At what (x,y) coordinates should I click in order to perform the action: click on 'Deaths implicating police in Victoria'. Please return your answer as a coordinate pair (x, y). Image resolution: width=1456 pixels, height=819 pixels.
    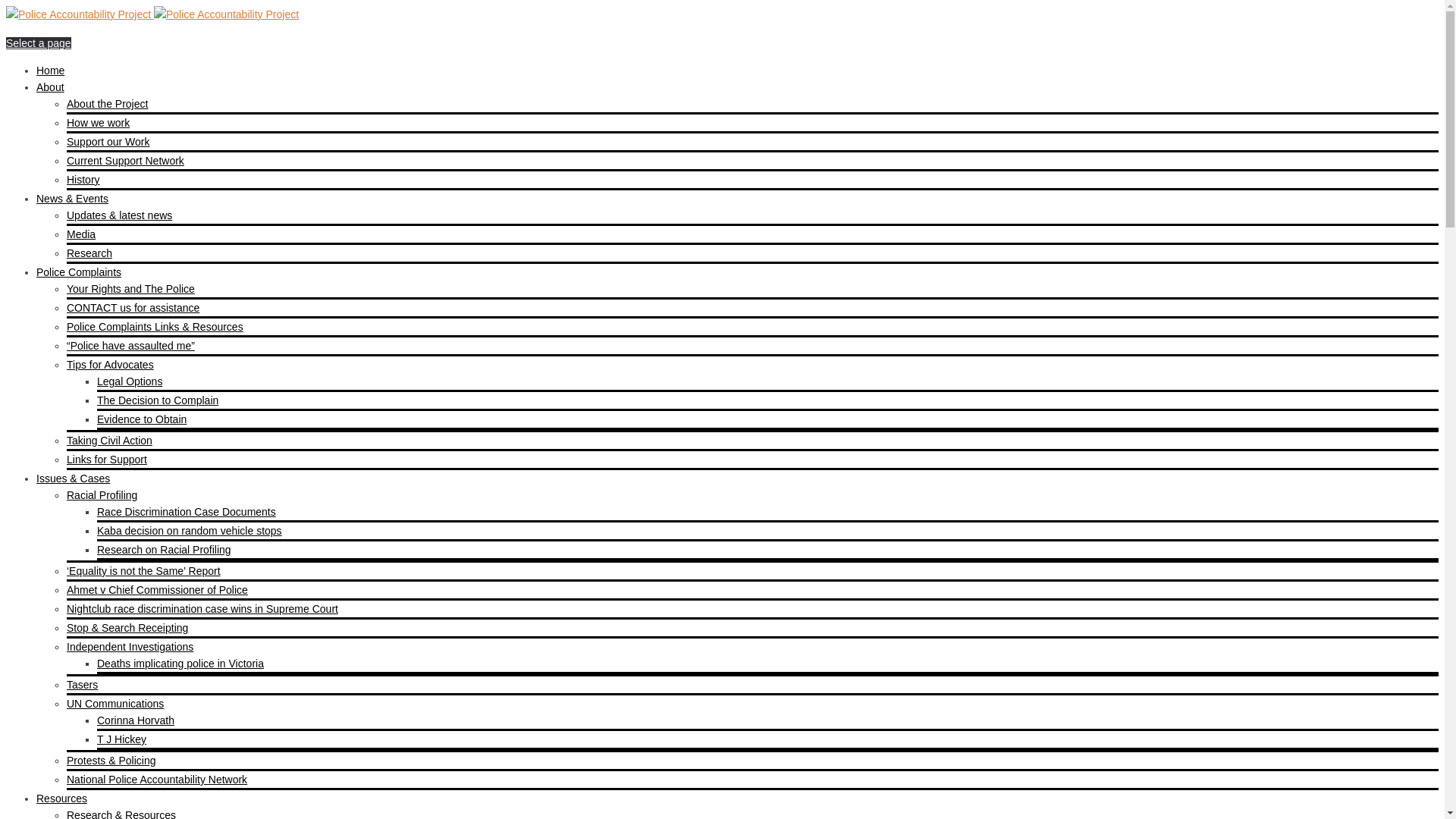
    Looking at the image, I should click on (180, 663).